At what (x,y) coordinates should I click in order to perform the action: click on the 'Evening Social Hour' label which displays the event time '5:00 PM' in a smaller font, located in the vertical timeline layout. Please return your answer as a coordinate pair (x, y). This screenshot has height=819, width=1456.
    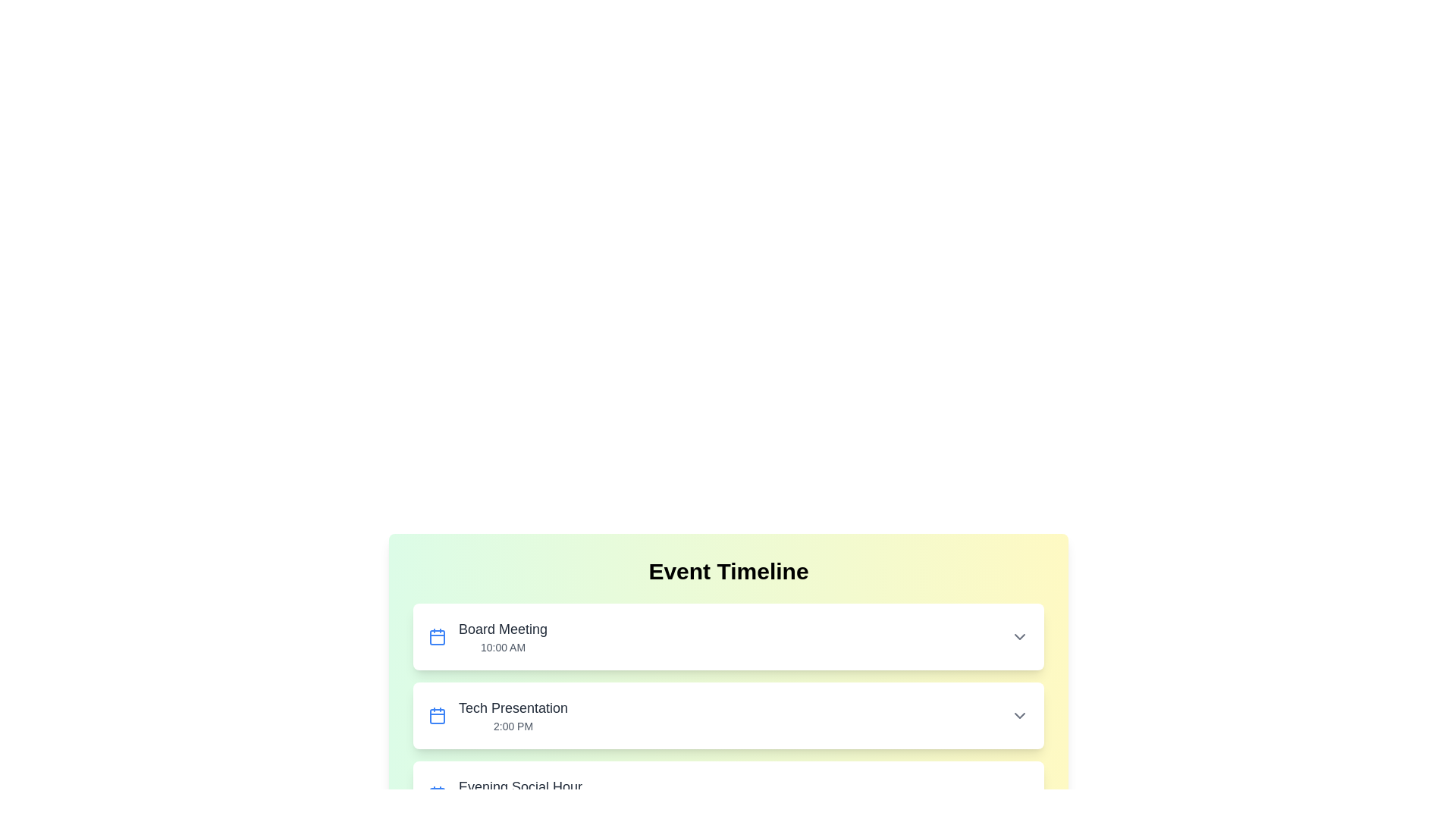
    Looking at the image, I should click on (520, 794).